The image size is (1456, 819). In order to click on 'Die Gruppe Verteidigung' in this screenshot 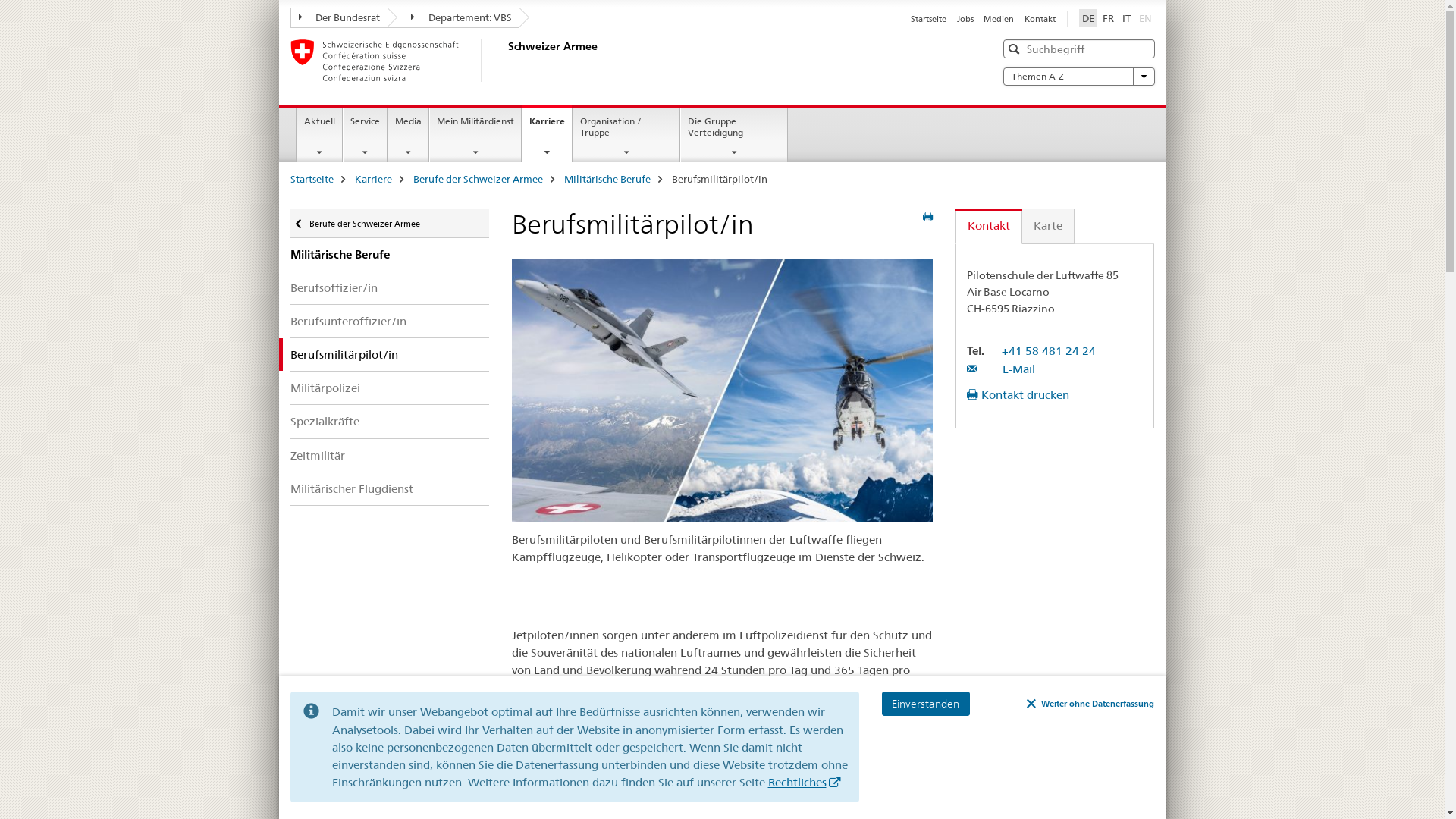, I will do `click(734, 133)`.